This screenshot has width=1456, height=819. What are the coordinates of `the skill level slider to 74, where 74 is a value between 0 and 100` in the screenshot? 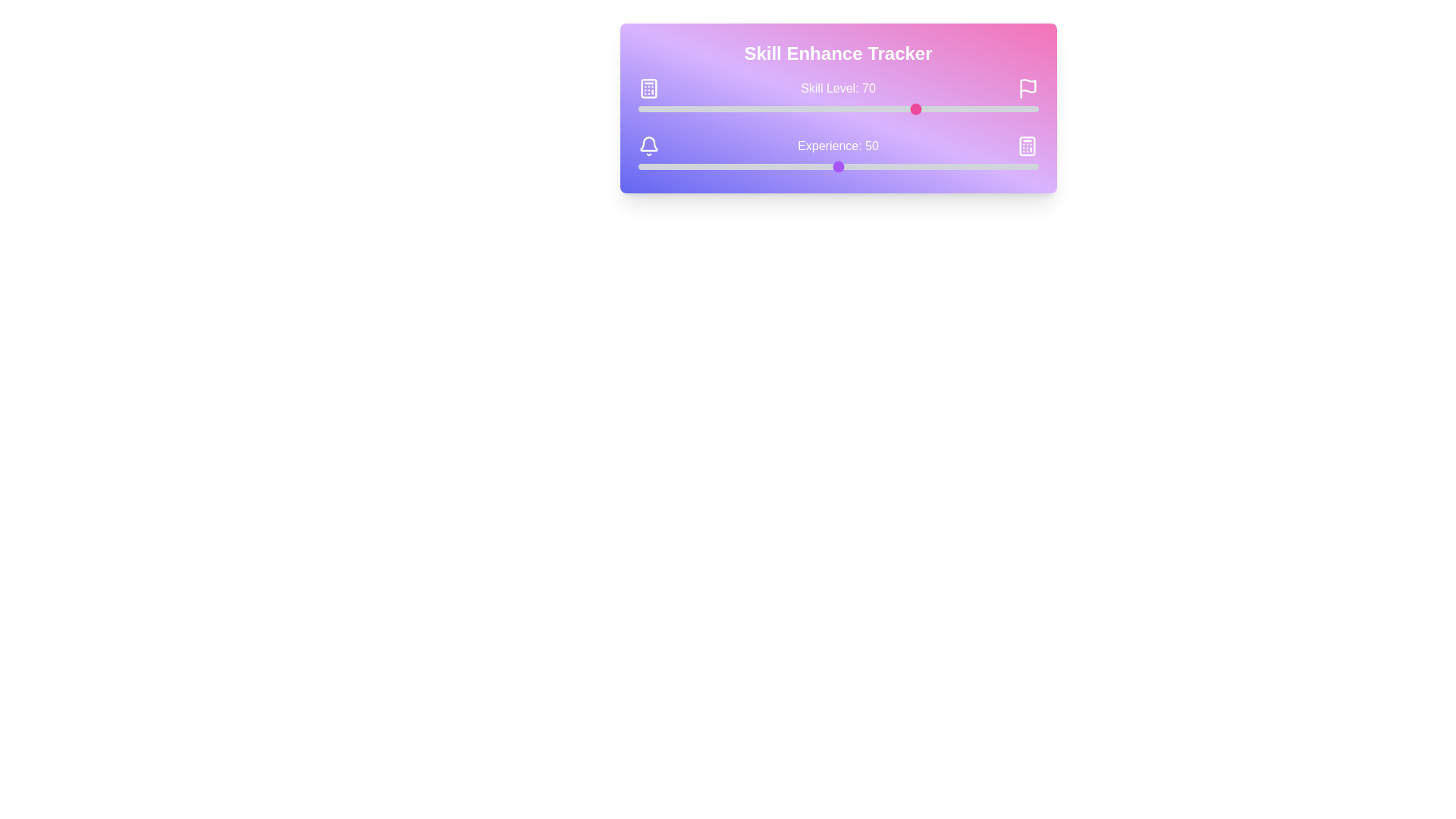 It's located at (934, 108).